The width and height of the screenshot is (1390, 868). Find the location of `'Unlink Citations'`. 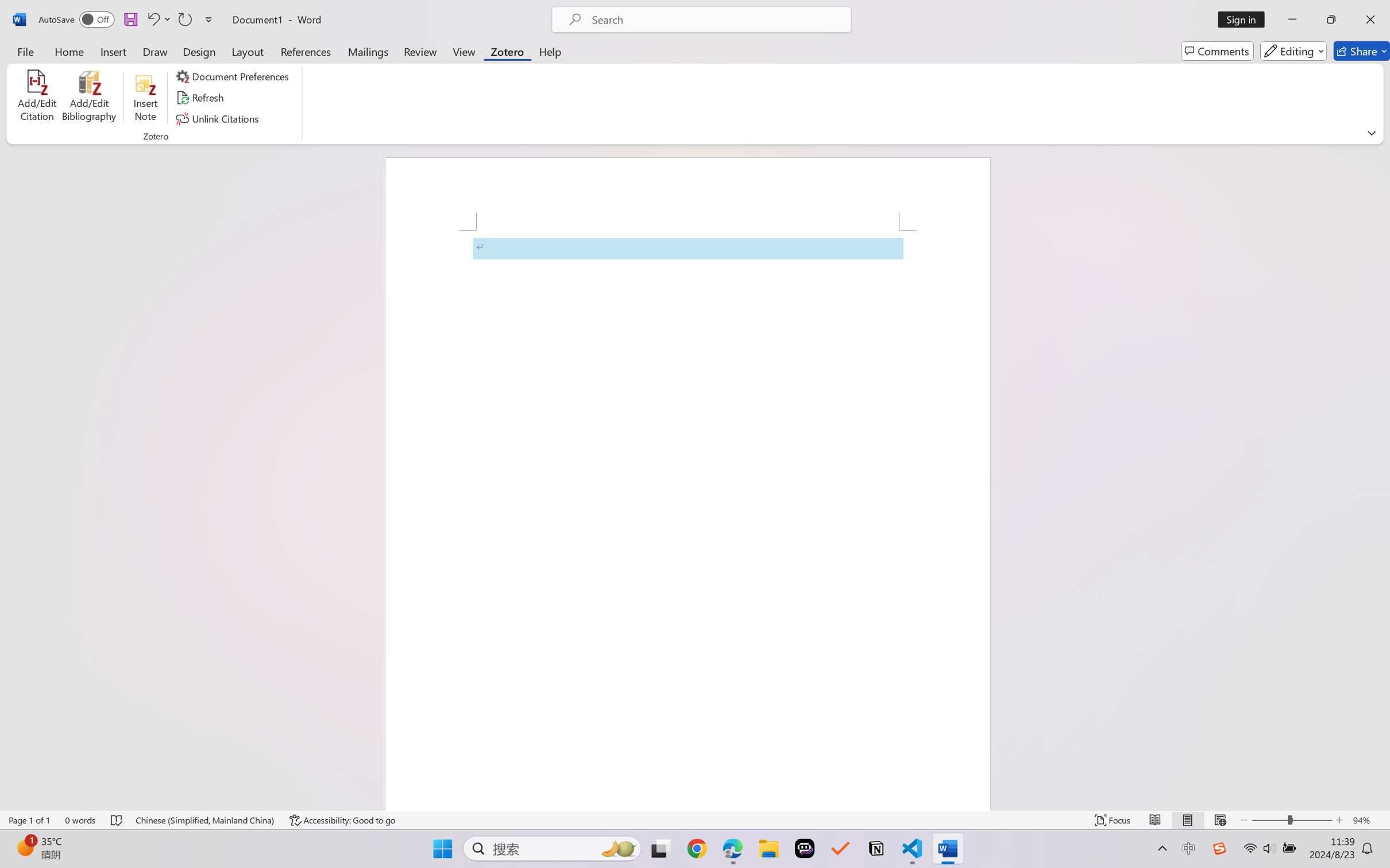

'Unlink Citations' is located at coordinates (218, 119).